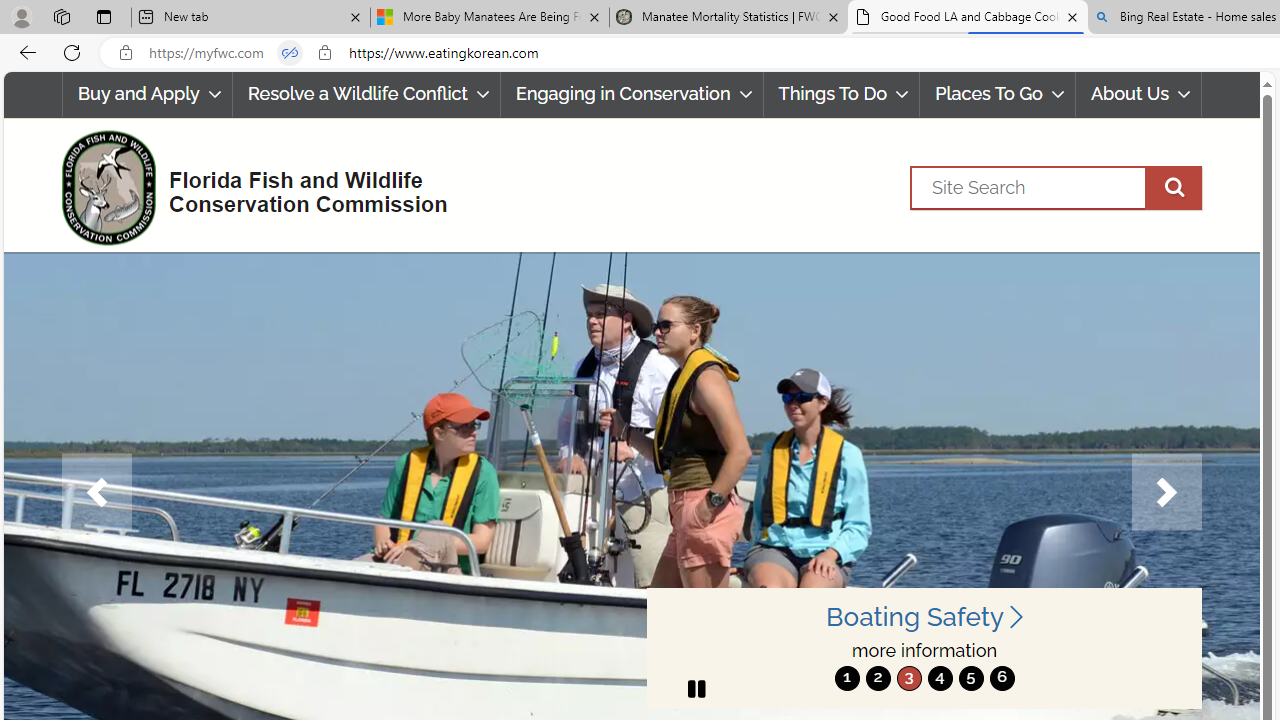  I want to click on '2', so click(878, 677).